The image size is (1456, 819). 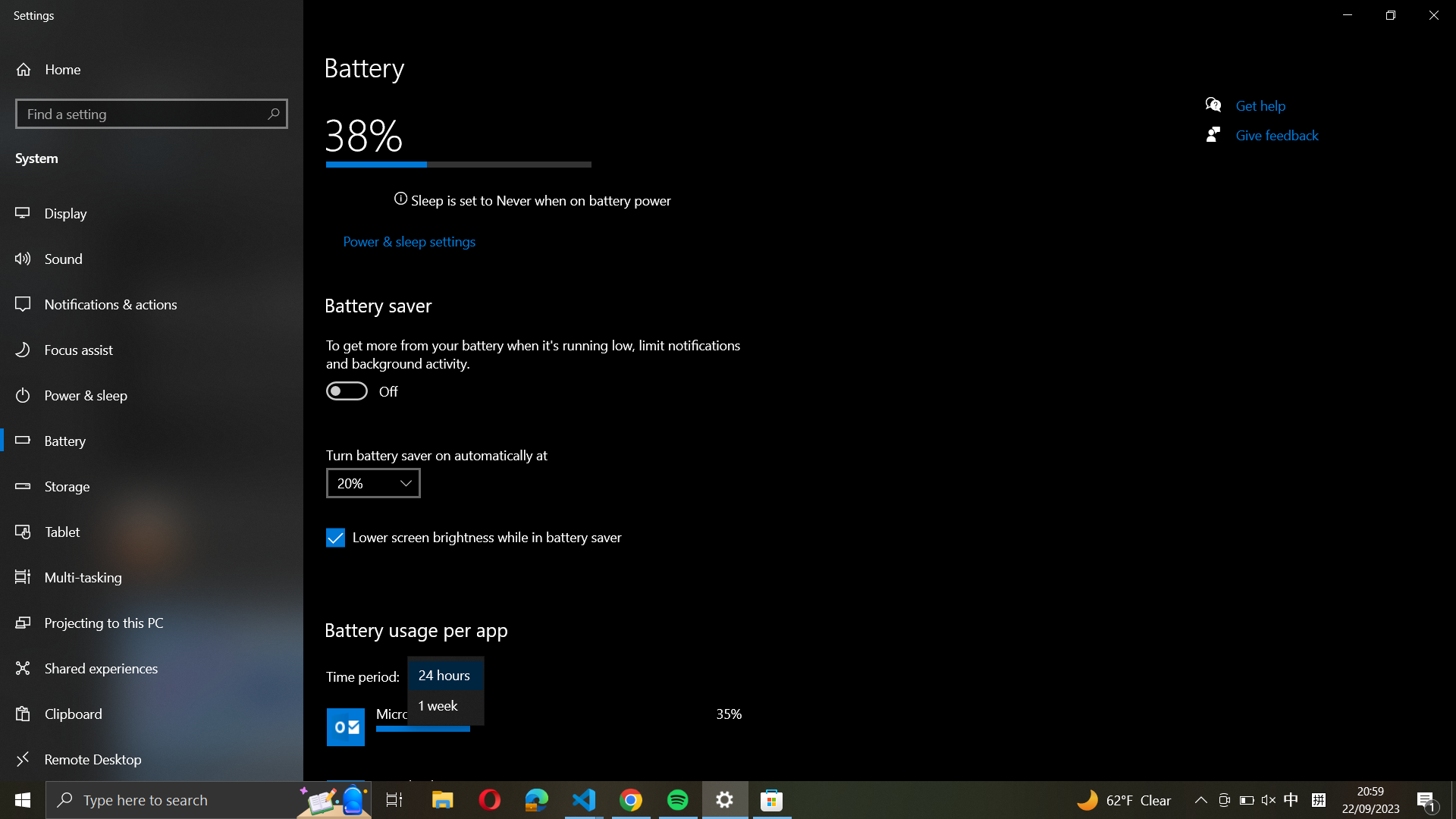 What do you see at coordinates (445, 705) in the screenshot?
I see `the duration for battery usage for each application to "1 week` at bounding box center [445, 705].